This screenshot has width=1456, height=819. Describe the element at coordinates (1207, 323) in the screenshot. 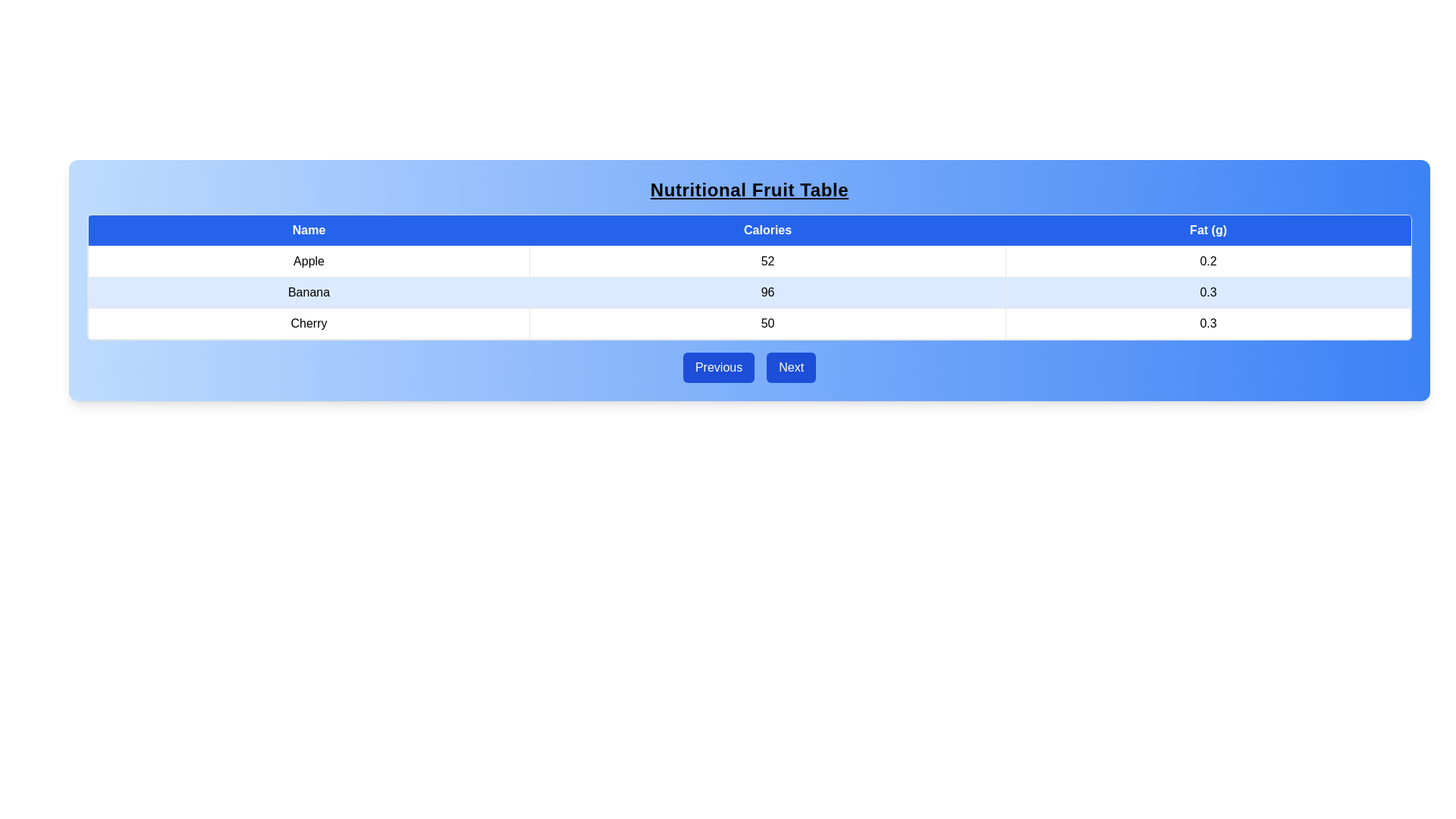

I see `the table cell displaying the fat content in grams for the item 'Cherry', which is located in the third column of the 'Nutritional Fruit Table'` at that location.